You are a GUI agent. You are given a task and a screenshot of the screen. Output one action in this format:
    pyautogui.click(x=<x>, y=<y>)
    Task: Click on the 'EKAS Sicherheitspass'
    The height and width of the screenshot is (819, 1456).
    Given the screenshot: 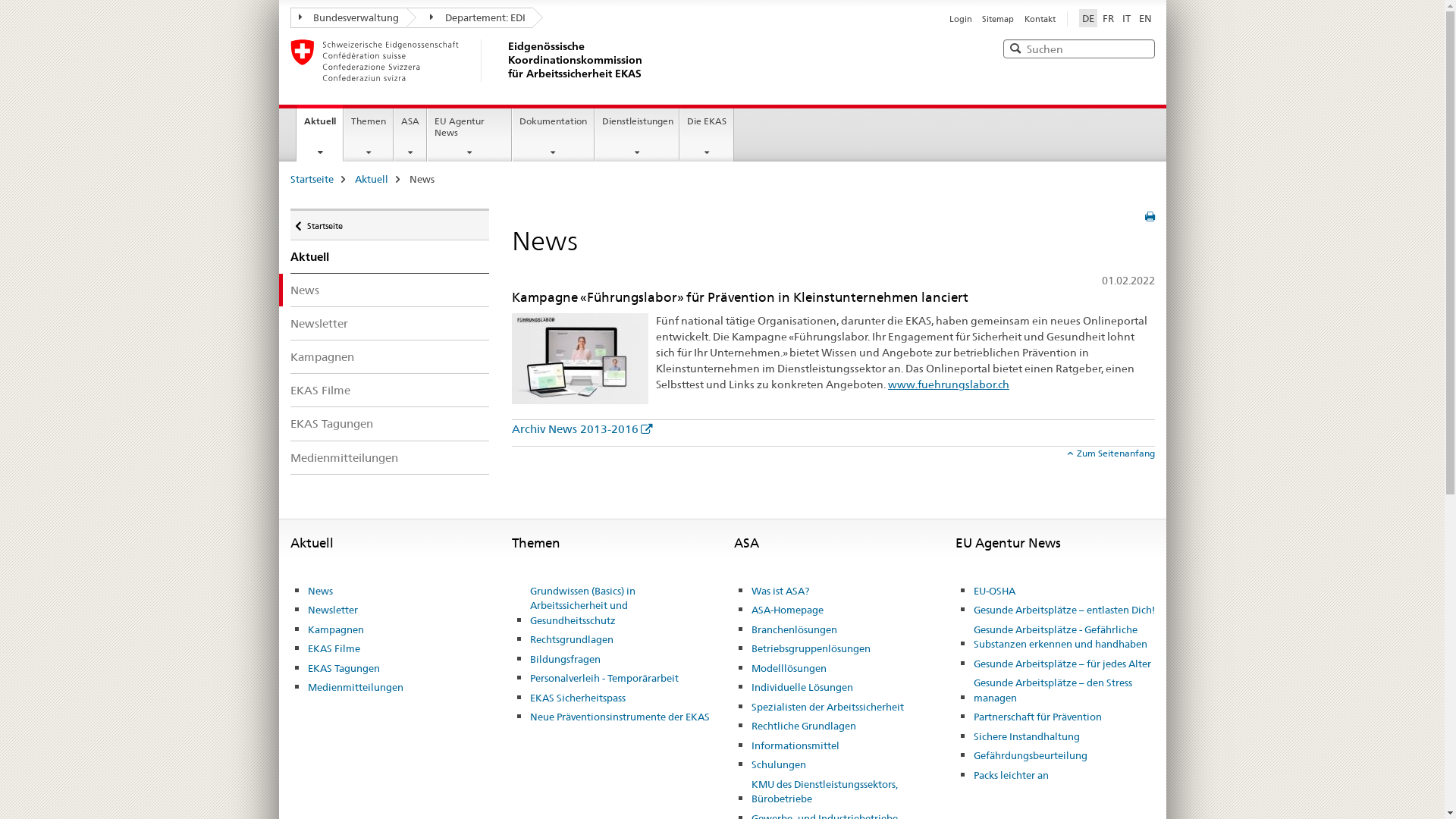 What is the action you would take?
    pyautogui.click(x=576, y=698)
    